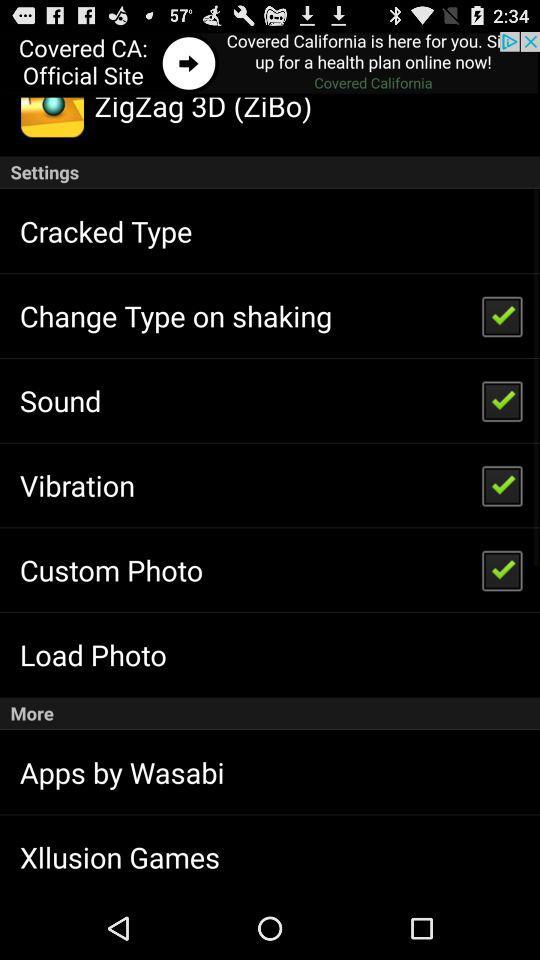 This screenshot has width=540, height=960. What do you see at coordinates (270, 64) in the screenshot?
I see `advertainment` at bounding box center [270, 64].